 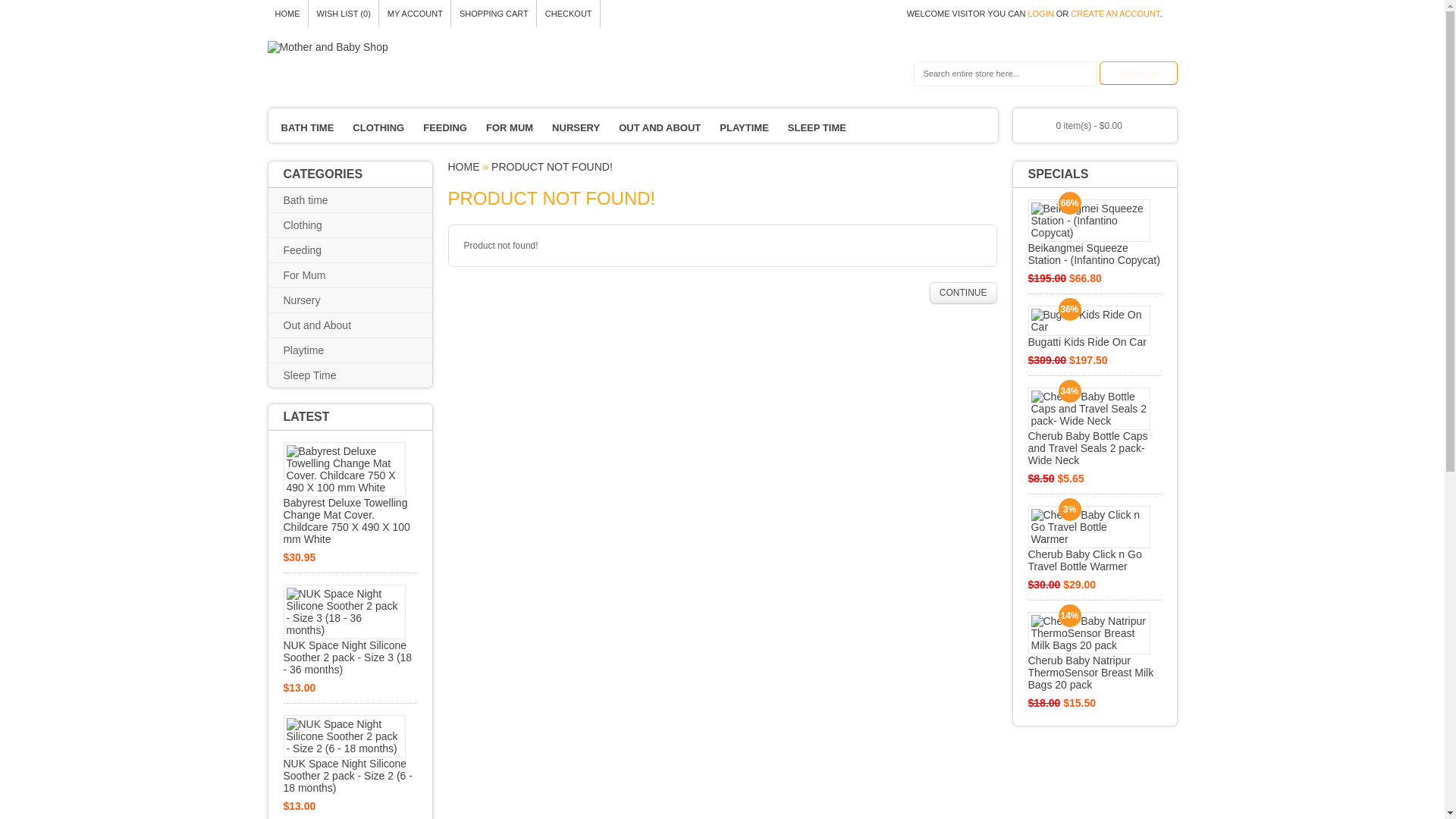 What do you see at coordinates (312, 300) in the screenshot?
I see `'Nursery'` at bounding box center [312, 300].